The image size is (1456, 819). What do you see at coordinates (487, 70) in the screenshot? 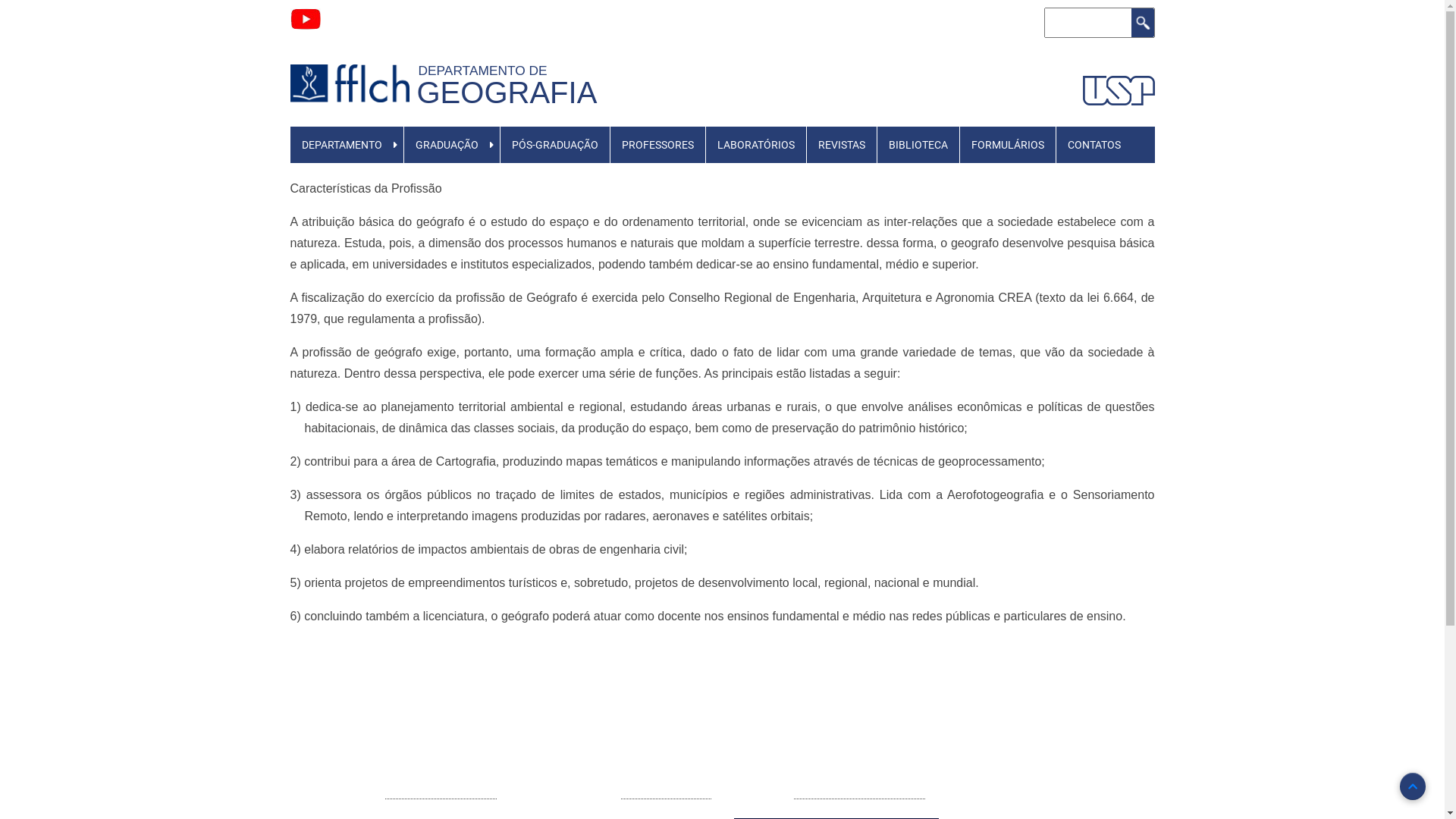
I see `'DEPARTAMENTO DE  '` at bounding box center [487, 70].